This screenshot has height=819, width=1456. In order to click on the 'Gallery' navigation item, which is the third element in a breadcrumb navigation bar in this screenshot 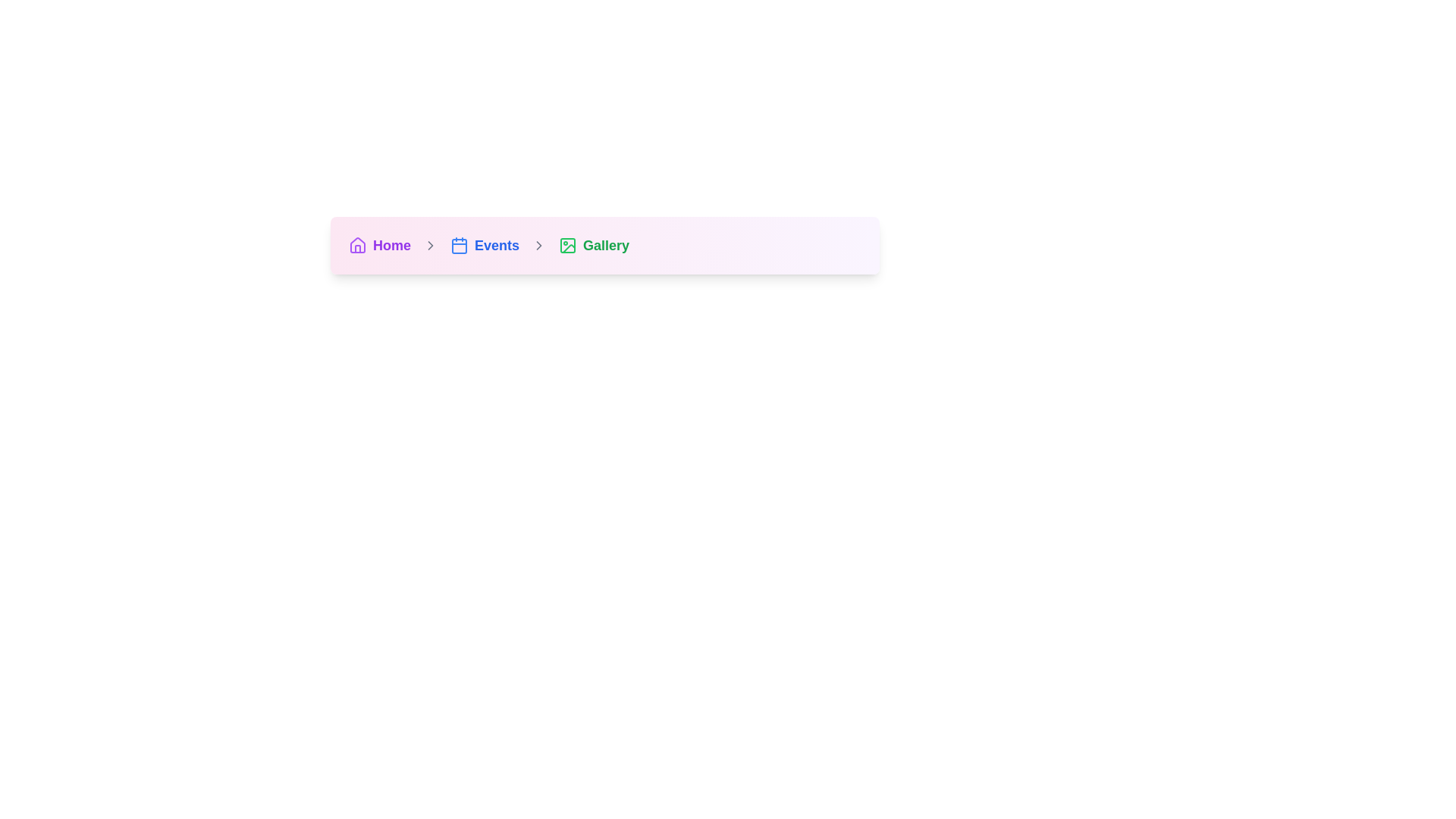, I will do `click(593, 245)`.